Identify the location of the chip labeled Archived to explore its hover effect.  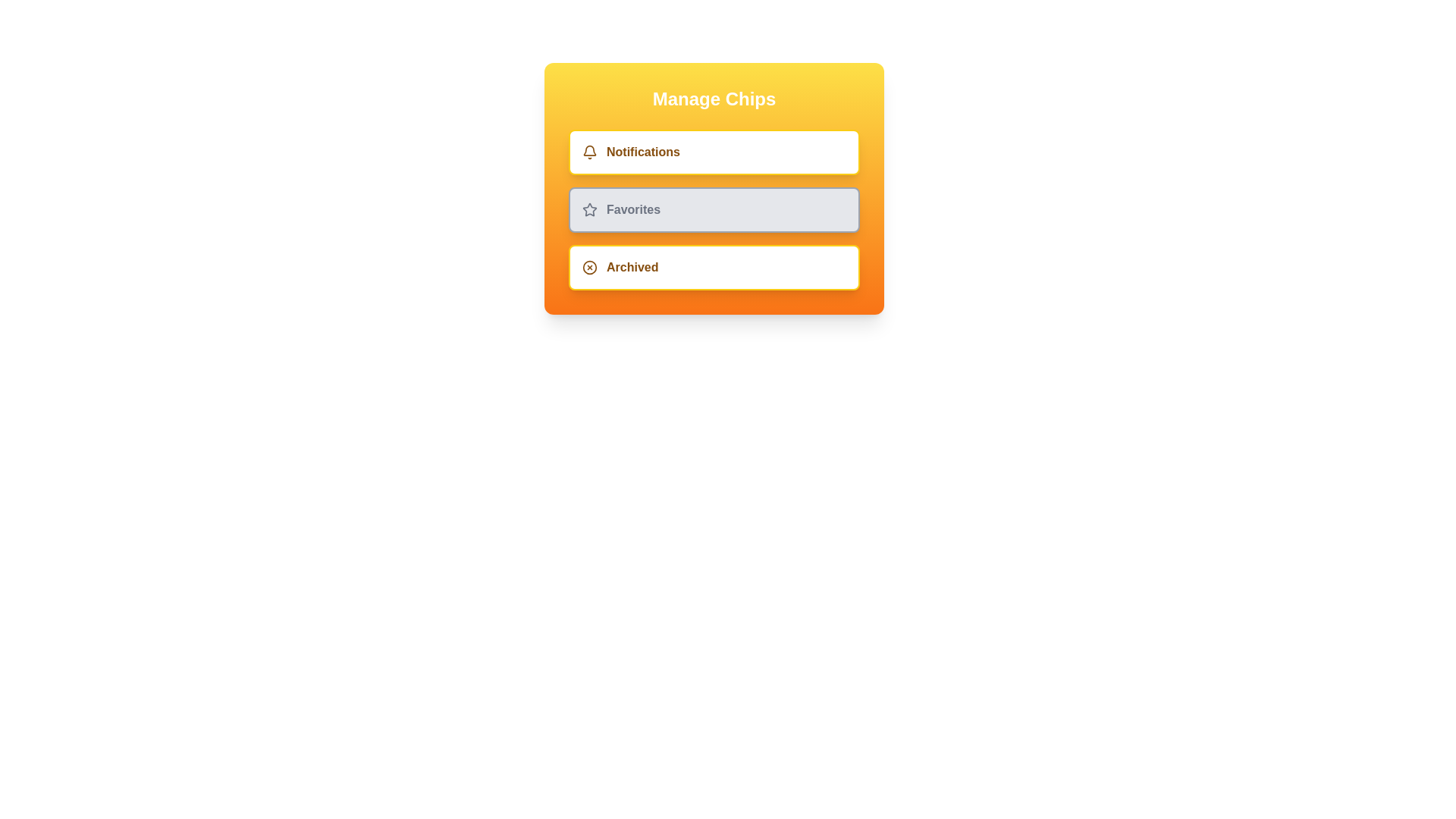
(713, 267).